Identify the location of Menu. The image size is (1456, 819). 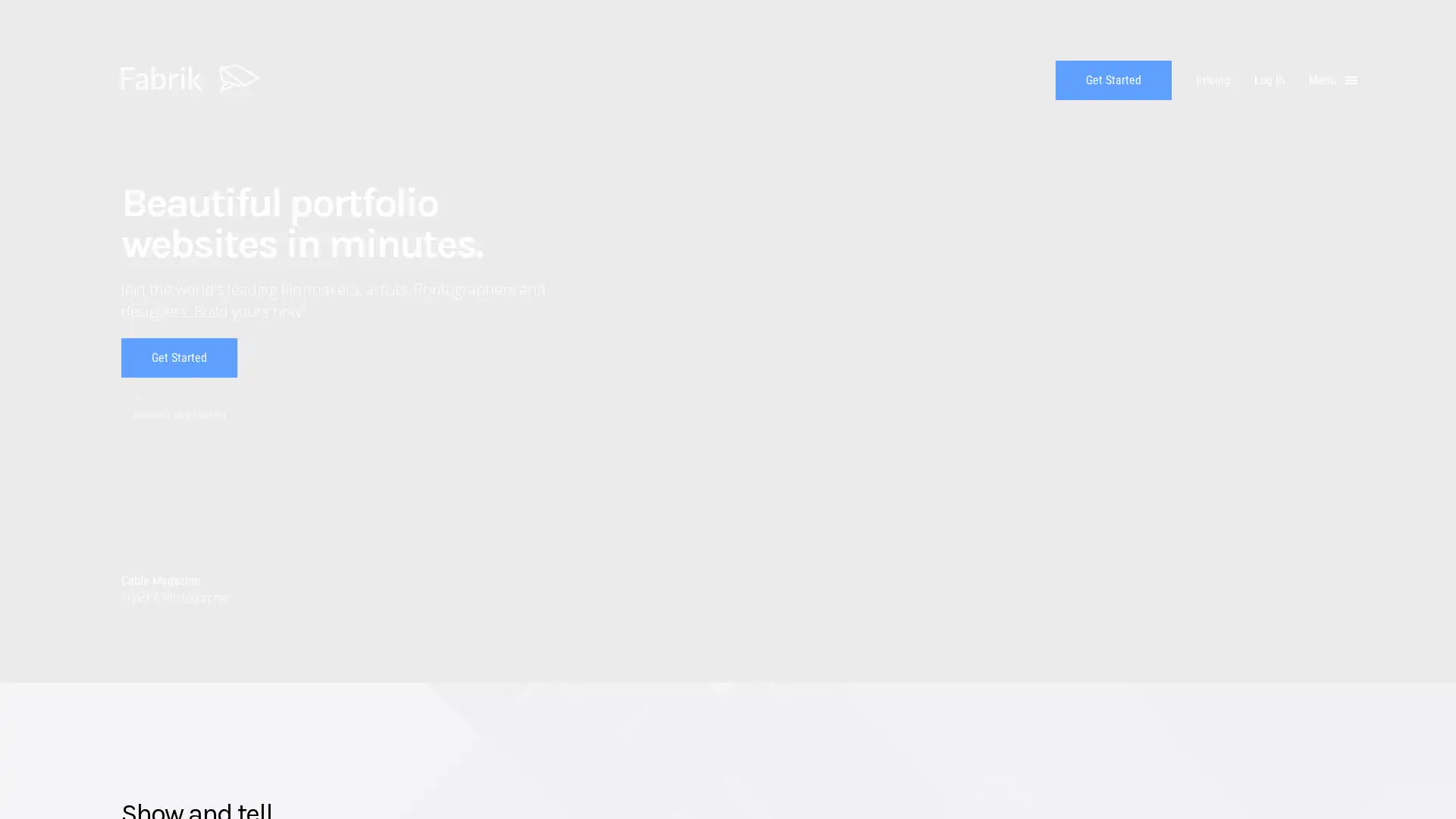
(1323, 80).